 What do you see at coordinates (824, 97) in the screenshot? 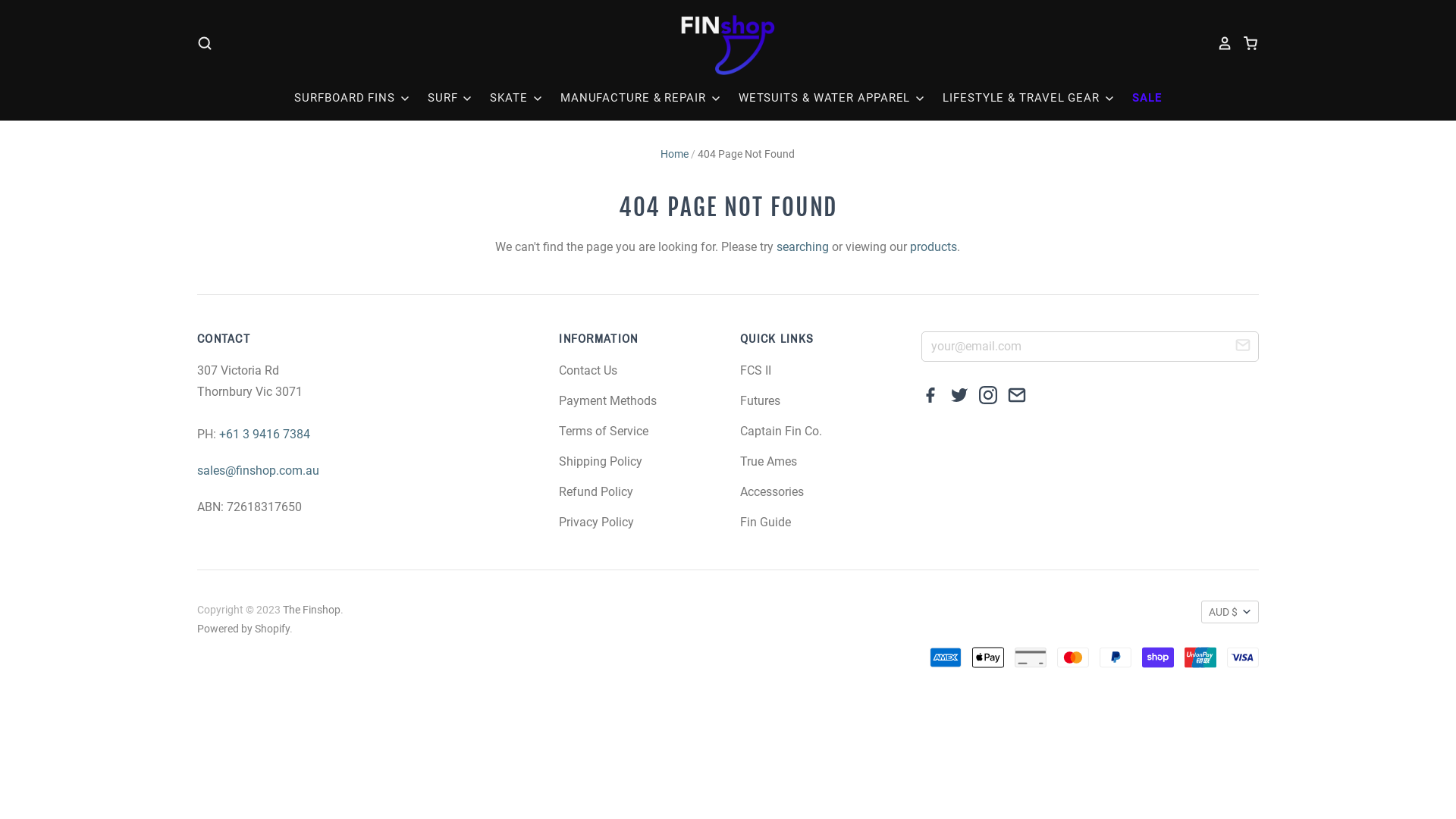
I see `'WETSUITS & WATER APPAREL'` at bounding box center [824, 97].